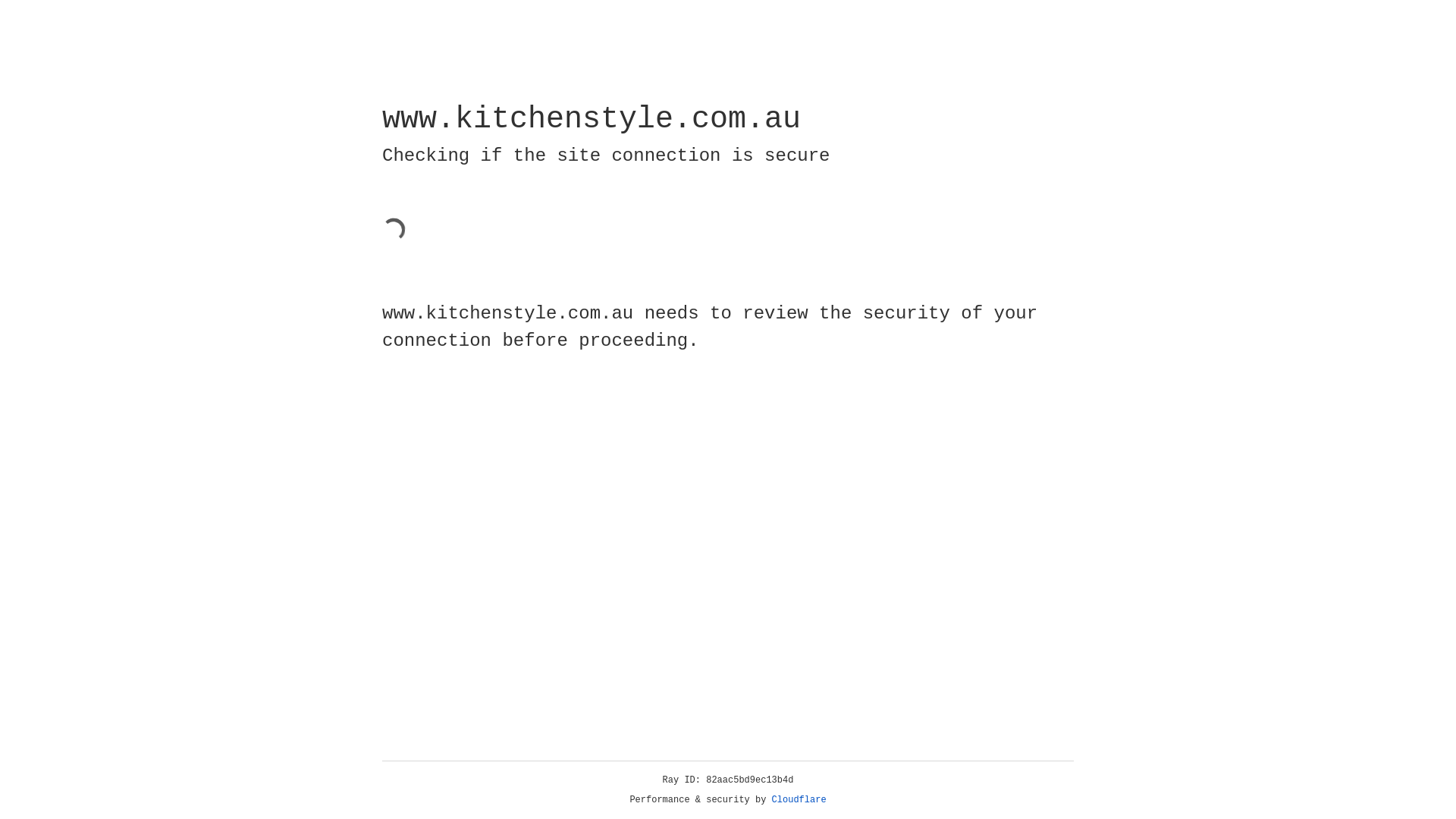 The image size is (1456, 819). What do you see at coordinates (799, 799) in the screenshot?
I see `'Cloudflare'` at bounding box center [799, 799].